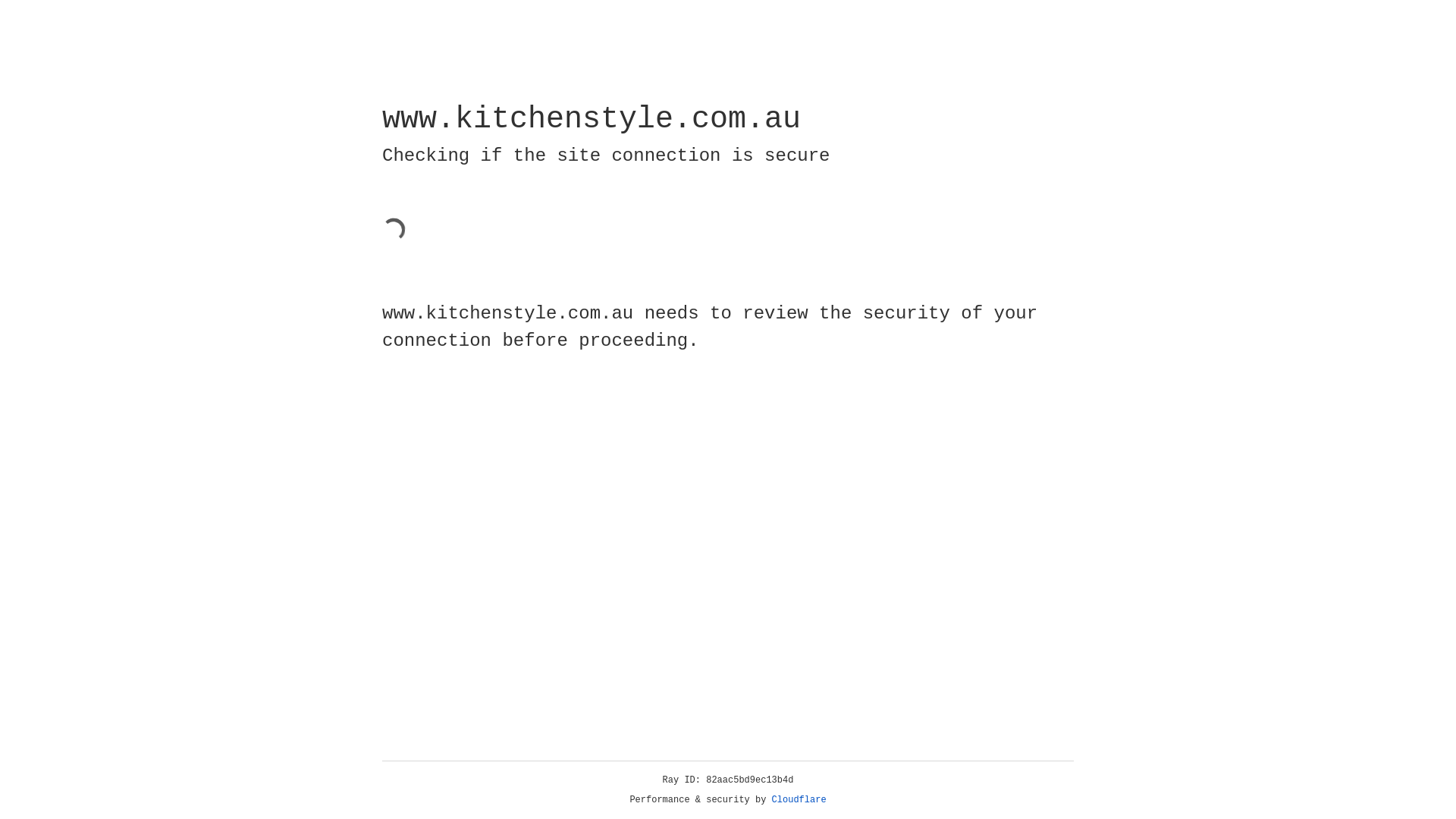 The image size is (1456, 819). What do you see at coordinates (799, 799) in the screenshot?
I see `'Cloudflare'` at bounding box center [799, 799].